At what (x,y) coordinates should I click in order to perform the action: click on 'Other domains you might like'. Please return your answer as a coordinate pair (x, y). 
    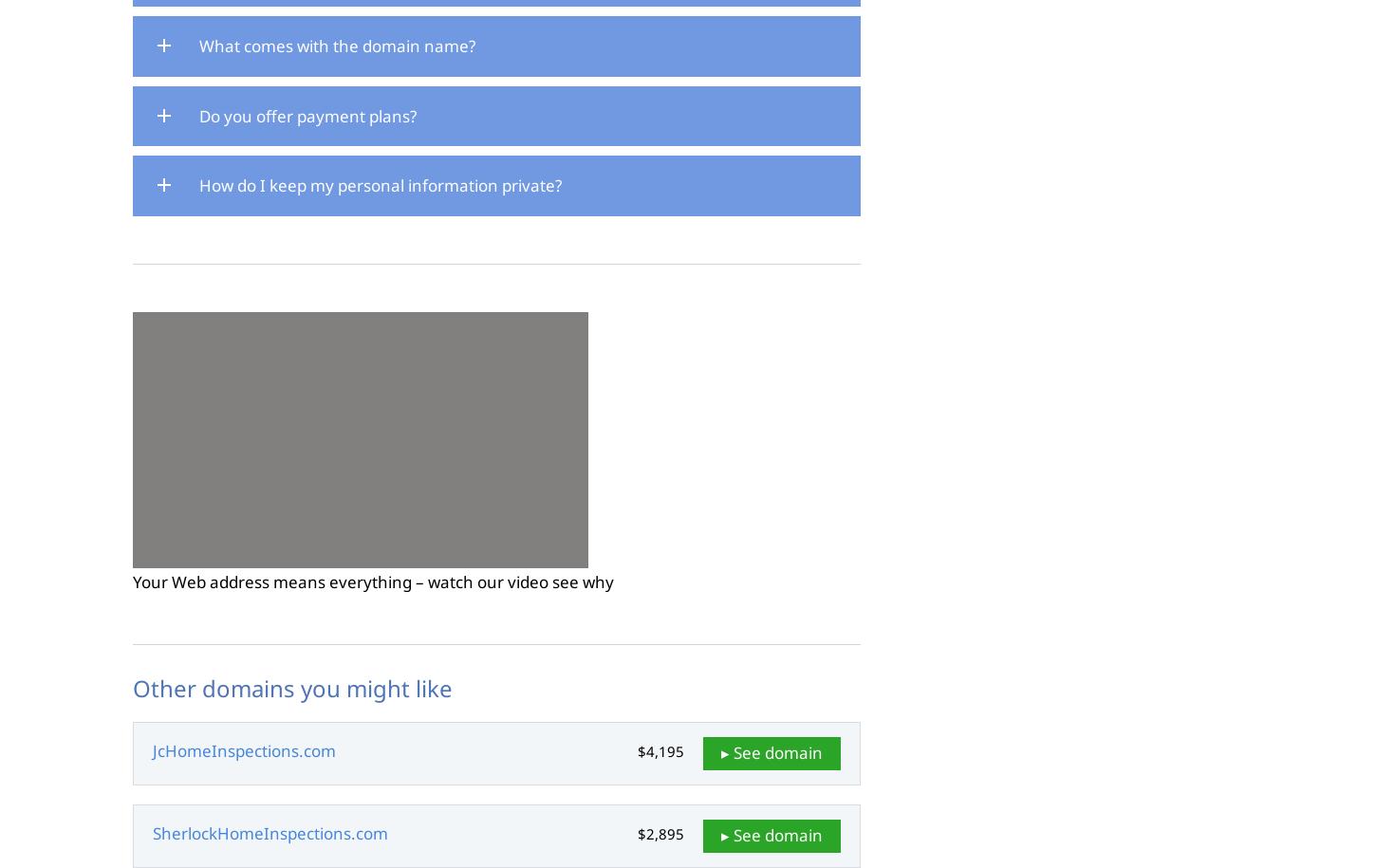
    Looking at the image, I should click on (292, 687).